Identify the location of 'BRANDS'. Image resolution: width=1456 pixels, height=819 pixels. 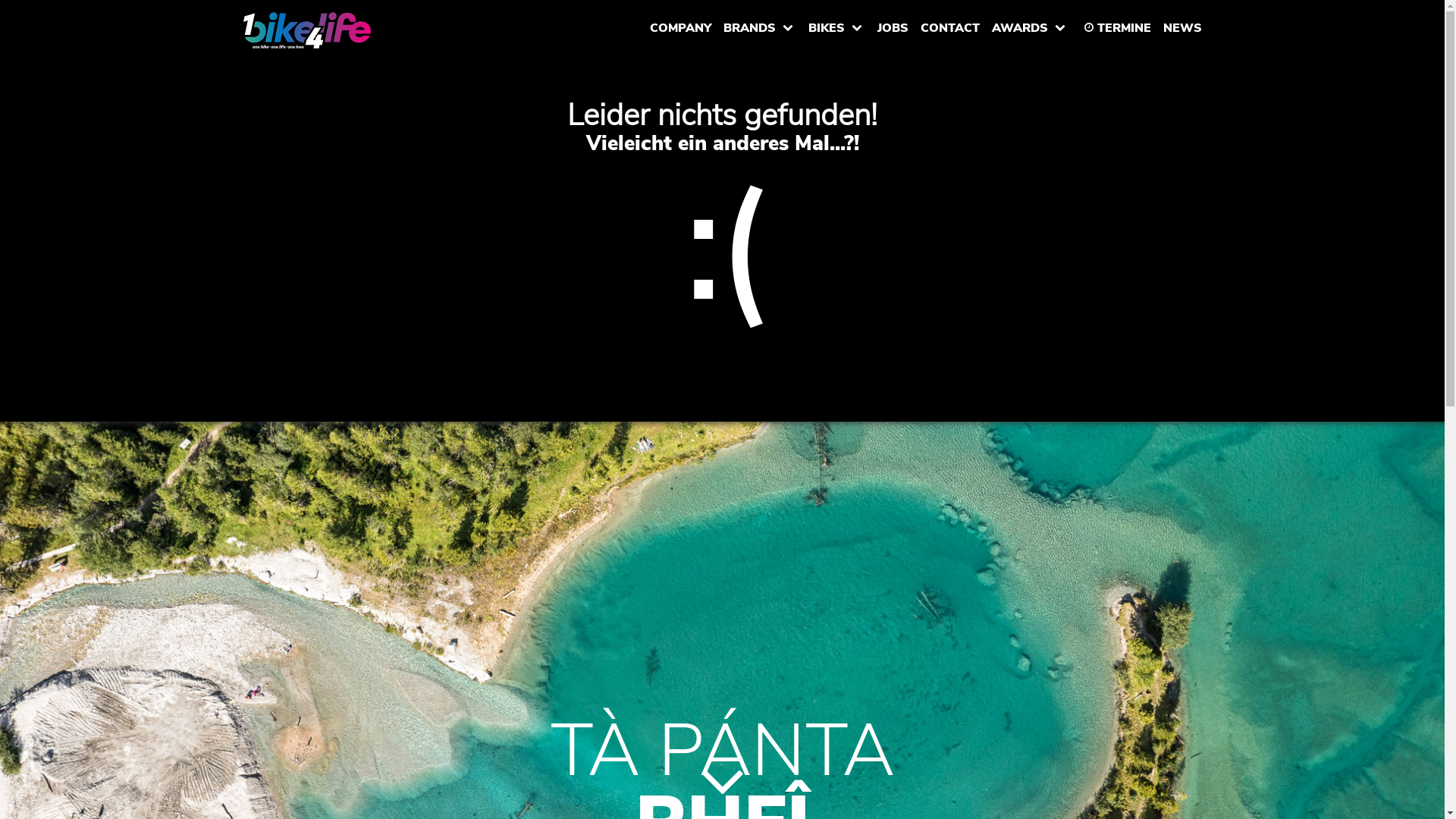
(760, 27).